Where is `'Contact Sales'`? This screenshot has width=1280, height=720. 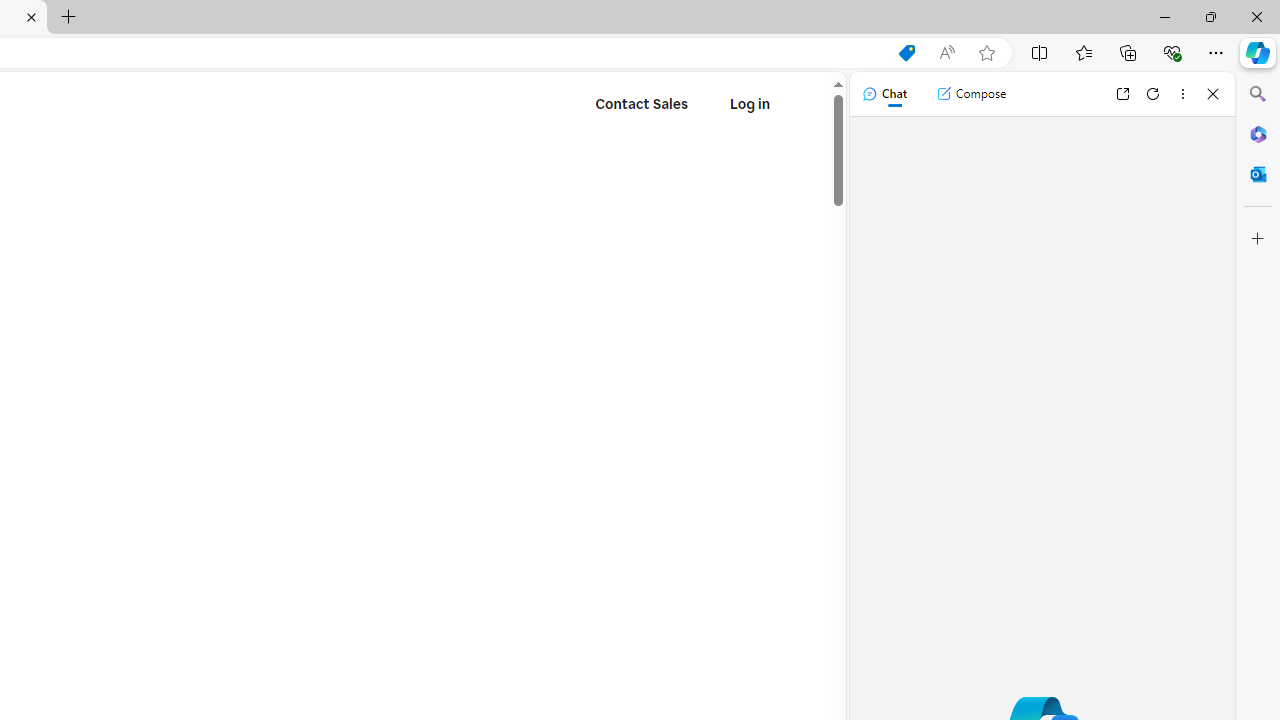
'Contact Sales' is located at coordinates (641, 104).